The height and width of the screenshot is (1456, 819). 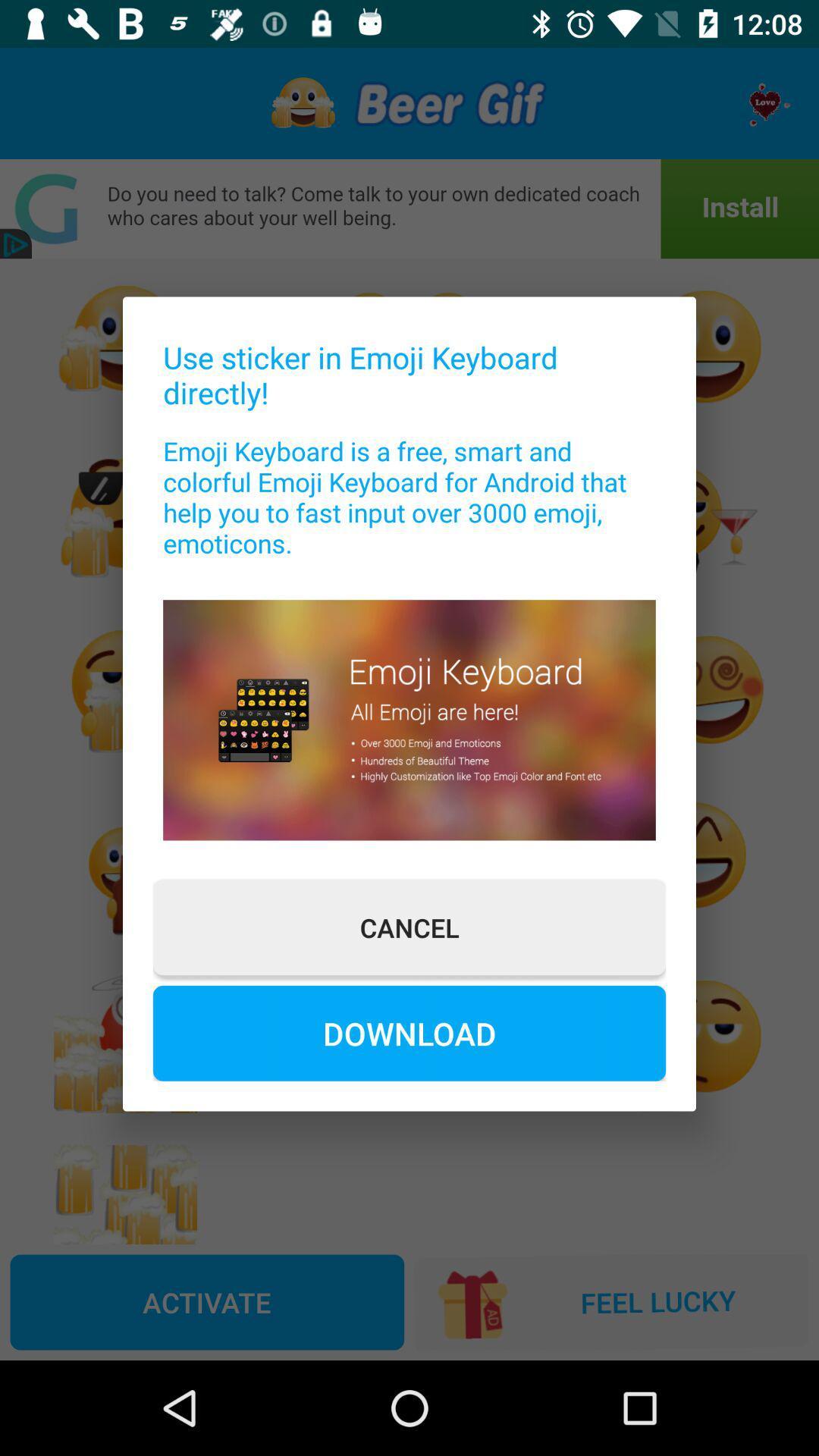 I want to click on the cancel icon, so click(x=409, y=927).